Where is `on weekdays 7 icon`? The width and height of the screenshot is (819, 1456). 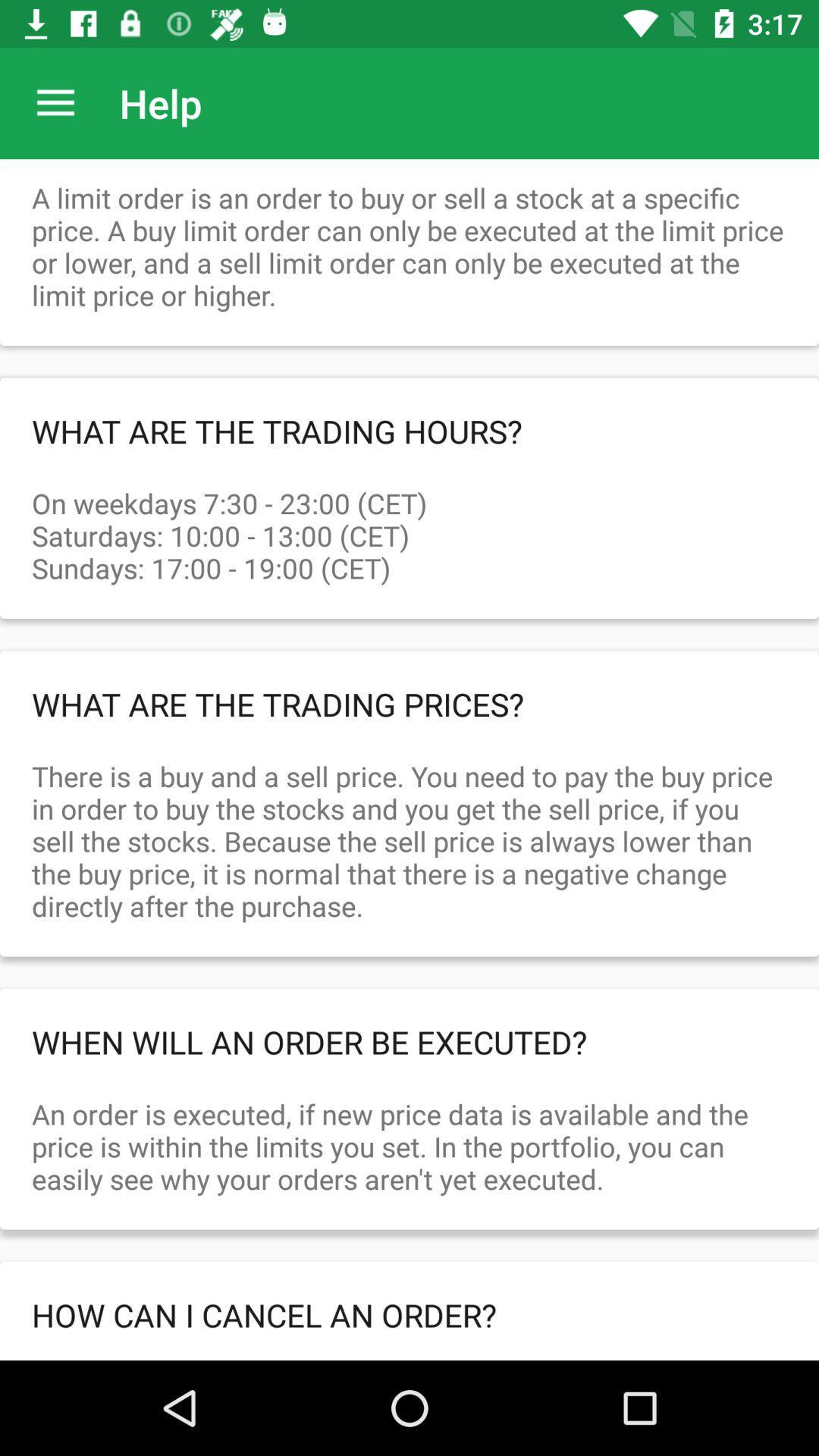 on weekdays 7 icon is located at coordinates (409, 519).